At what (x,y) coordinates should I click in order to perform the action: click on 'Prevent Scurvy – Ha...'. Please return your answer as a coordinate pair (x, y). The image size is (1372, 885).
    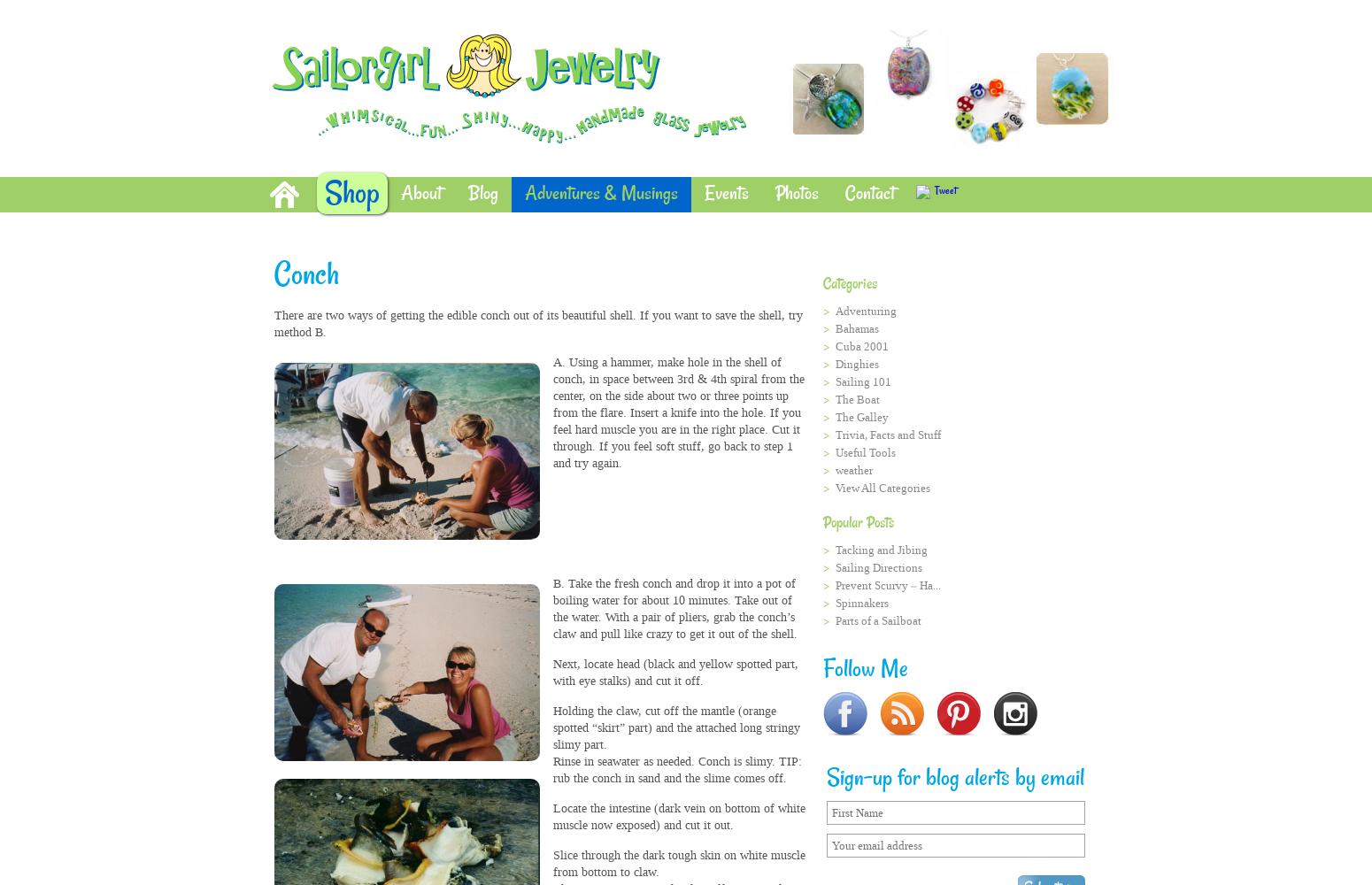
    Looking at the image, I should click on (834, 585).